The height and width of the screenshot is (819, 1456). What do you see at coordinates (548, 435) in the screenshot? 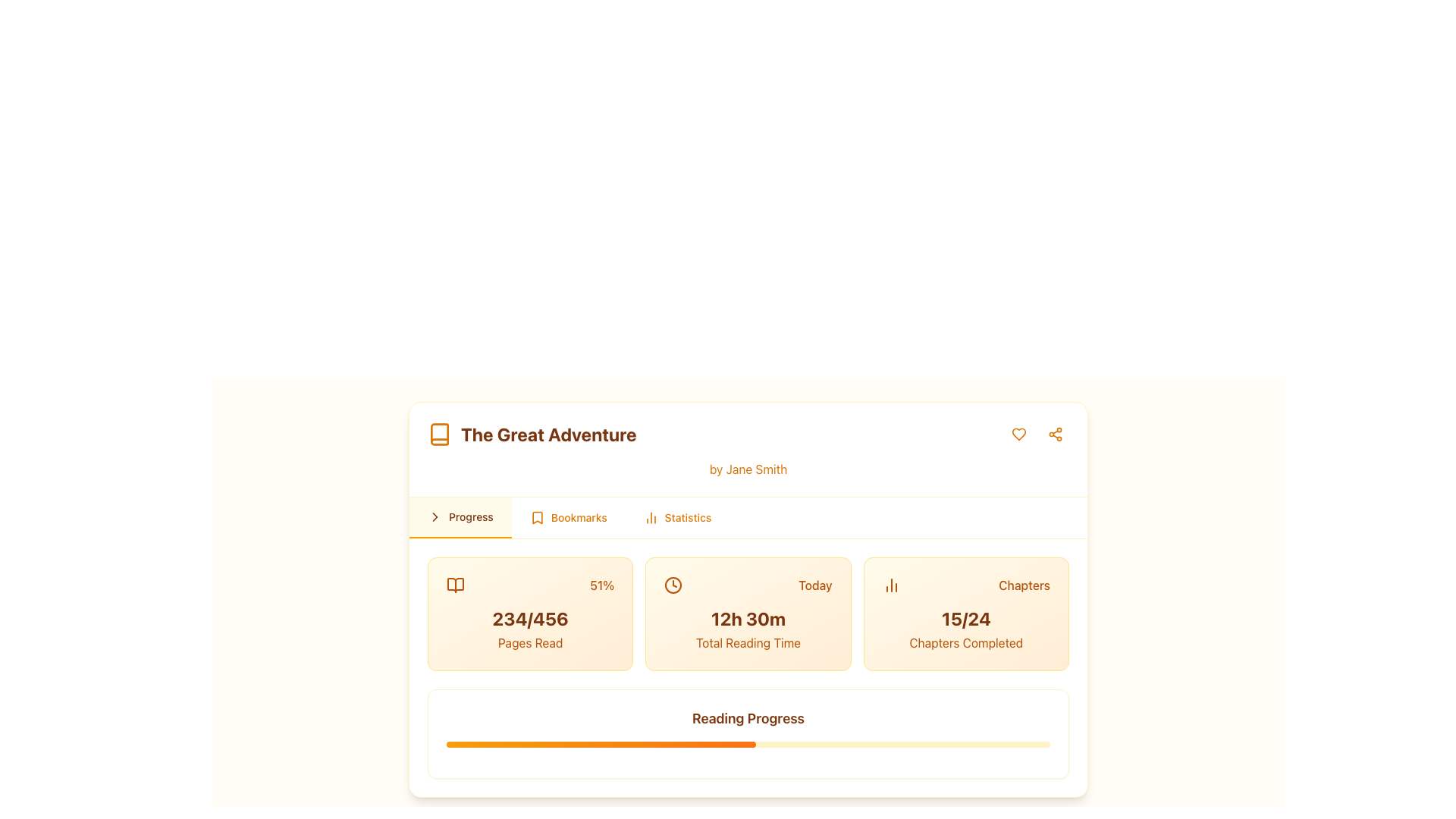
I see `the prominent text title 'The Great Adventure', which is styled in bold and large amber-brown font, located centrally at the upper section of a card-like interface, to the immediate right of a book icon` at bounding box center [548, 435].